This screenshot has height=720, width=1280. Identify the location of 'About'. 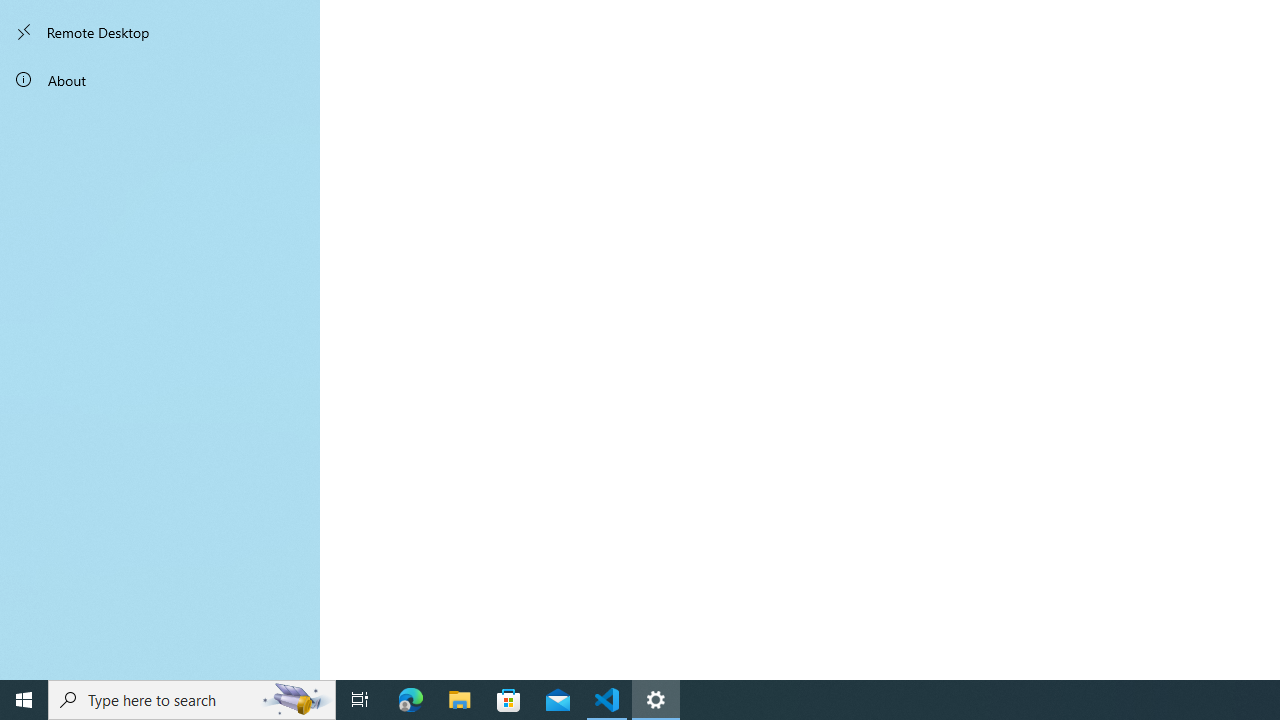
(160, 78).